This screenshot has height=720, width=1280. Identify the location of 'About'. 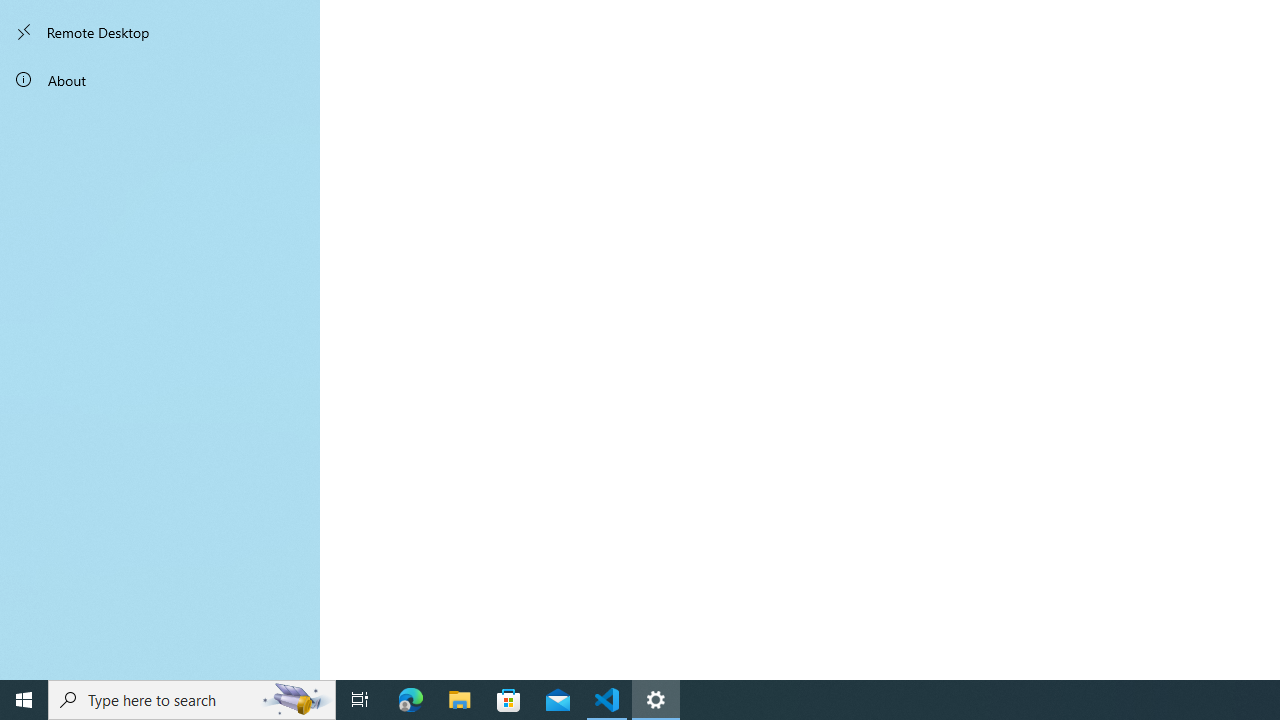
(160, 78).